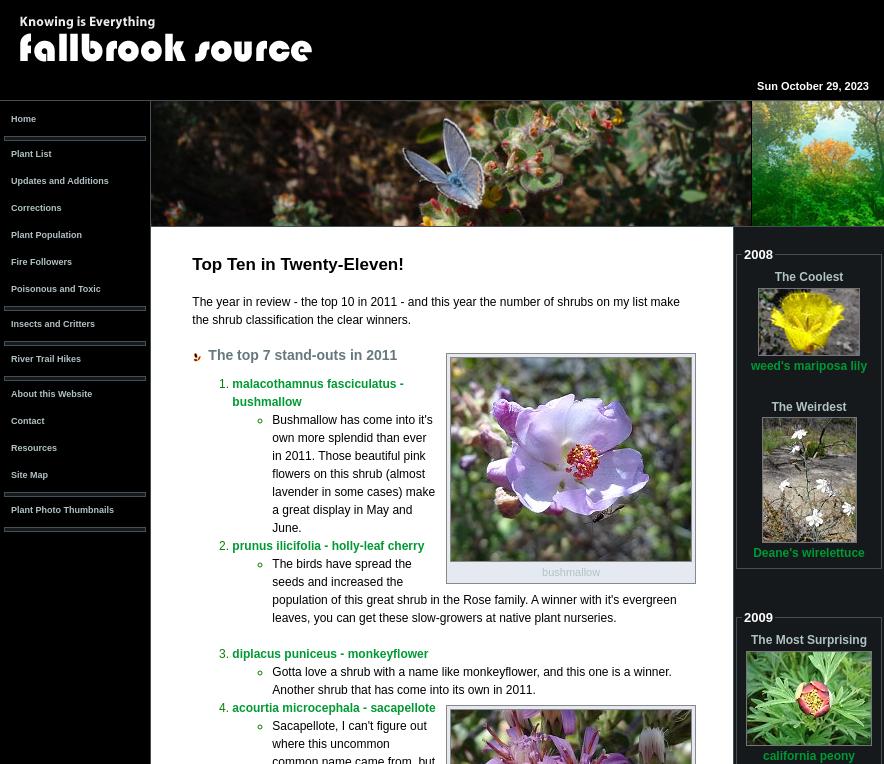 The image size is (884, 764). Describe the element at coordinates (34, 448) in the screenshot. I see `'Resources'` at that location.